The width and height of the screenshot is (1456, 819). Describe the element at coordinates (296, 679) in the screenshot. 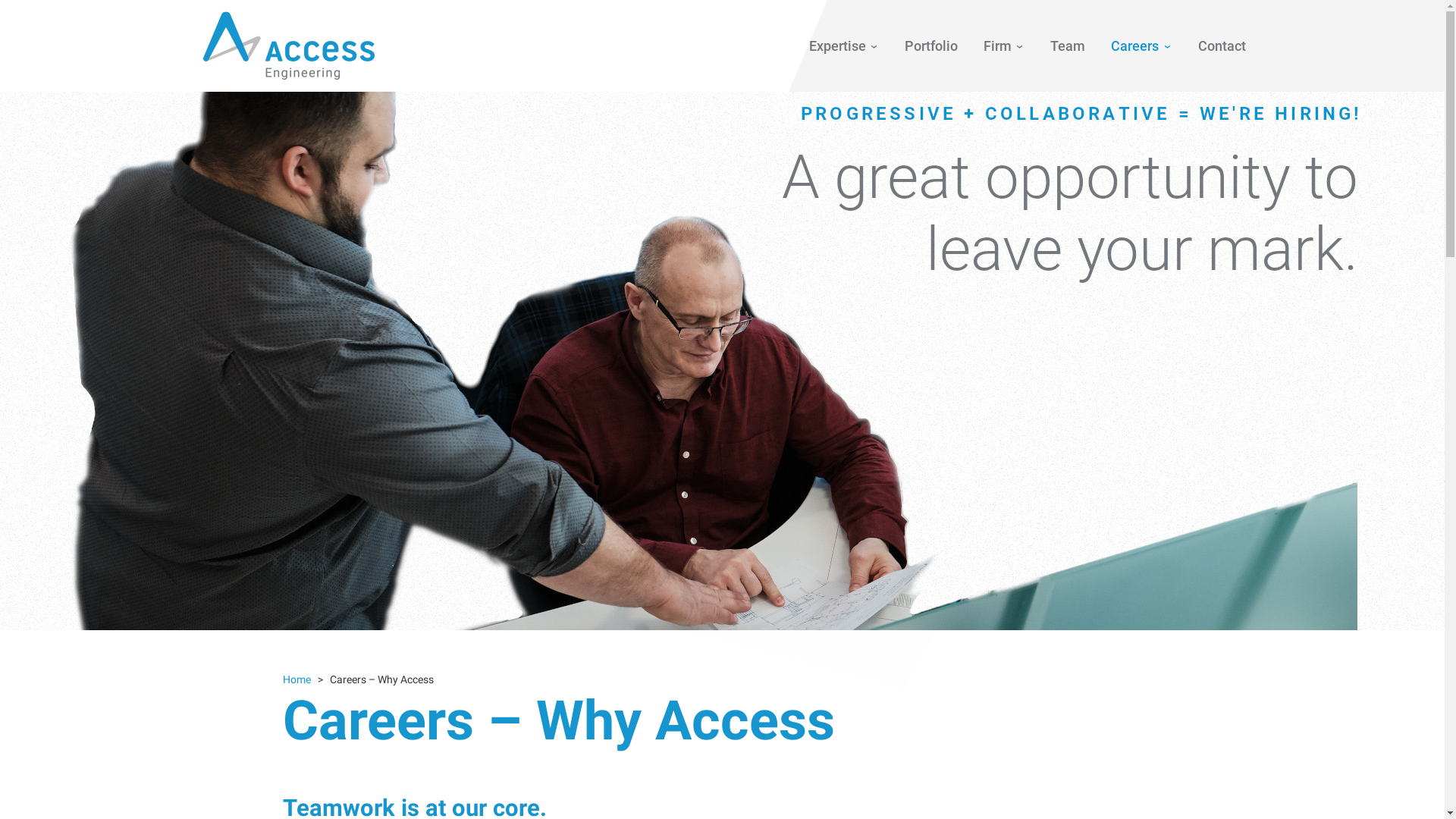

I see `'Home'` at that location.